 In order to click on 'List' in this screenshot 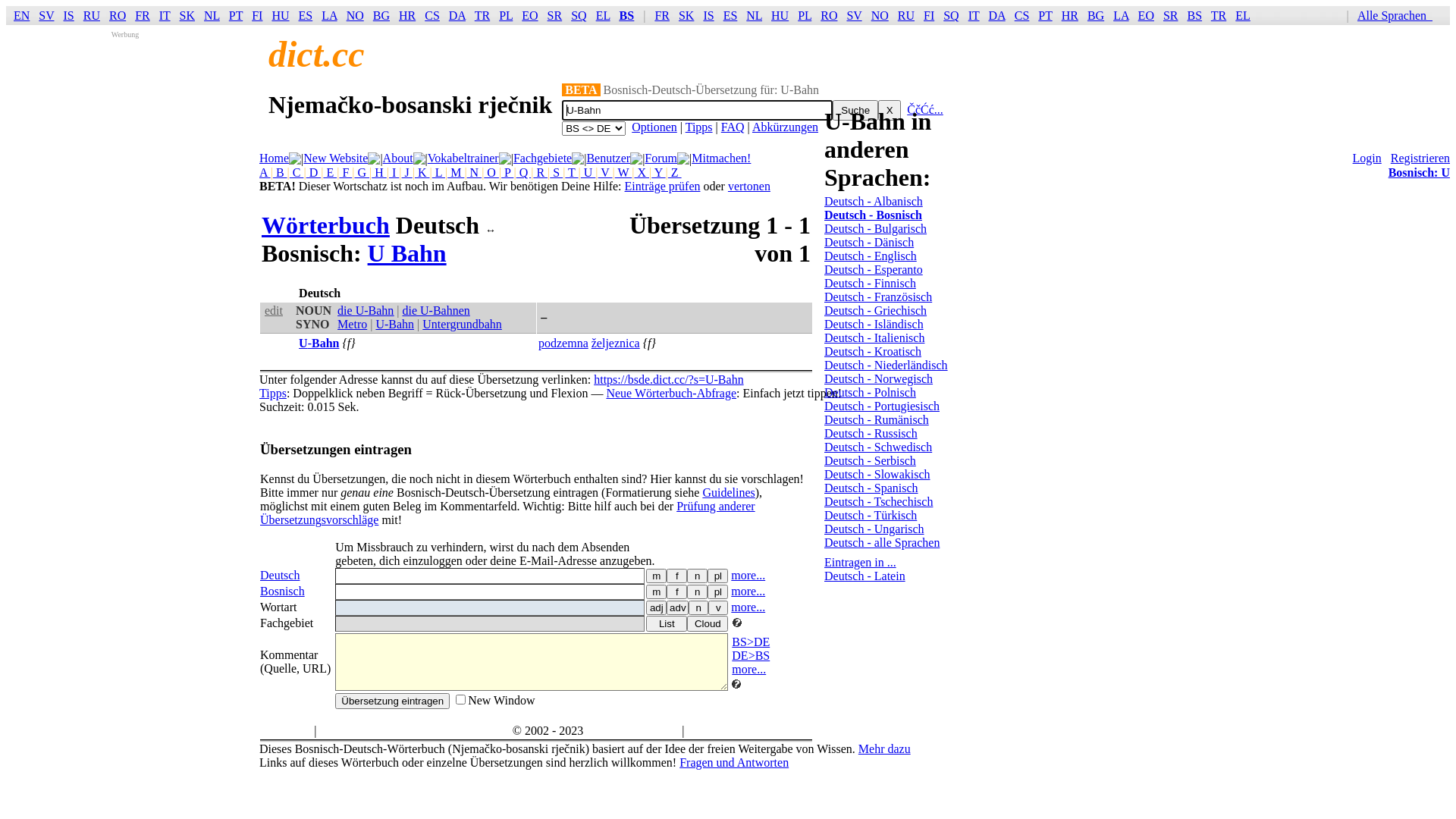, I will do `click(666, 623)`.